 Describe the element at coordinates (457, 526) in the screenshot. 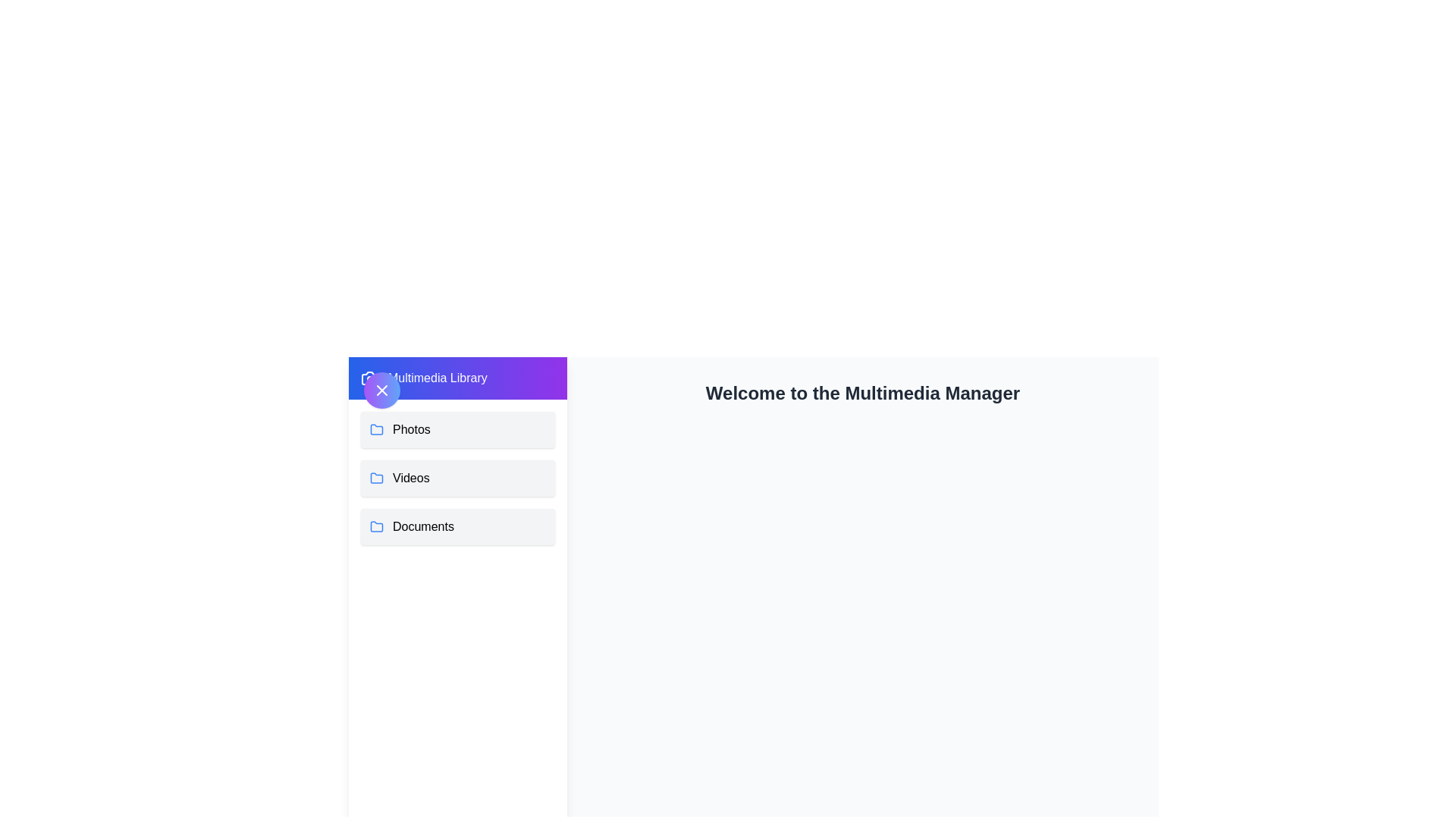

I see `the category Documents from the menu` at that location.